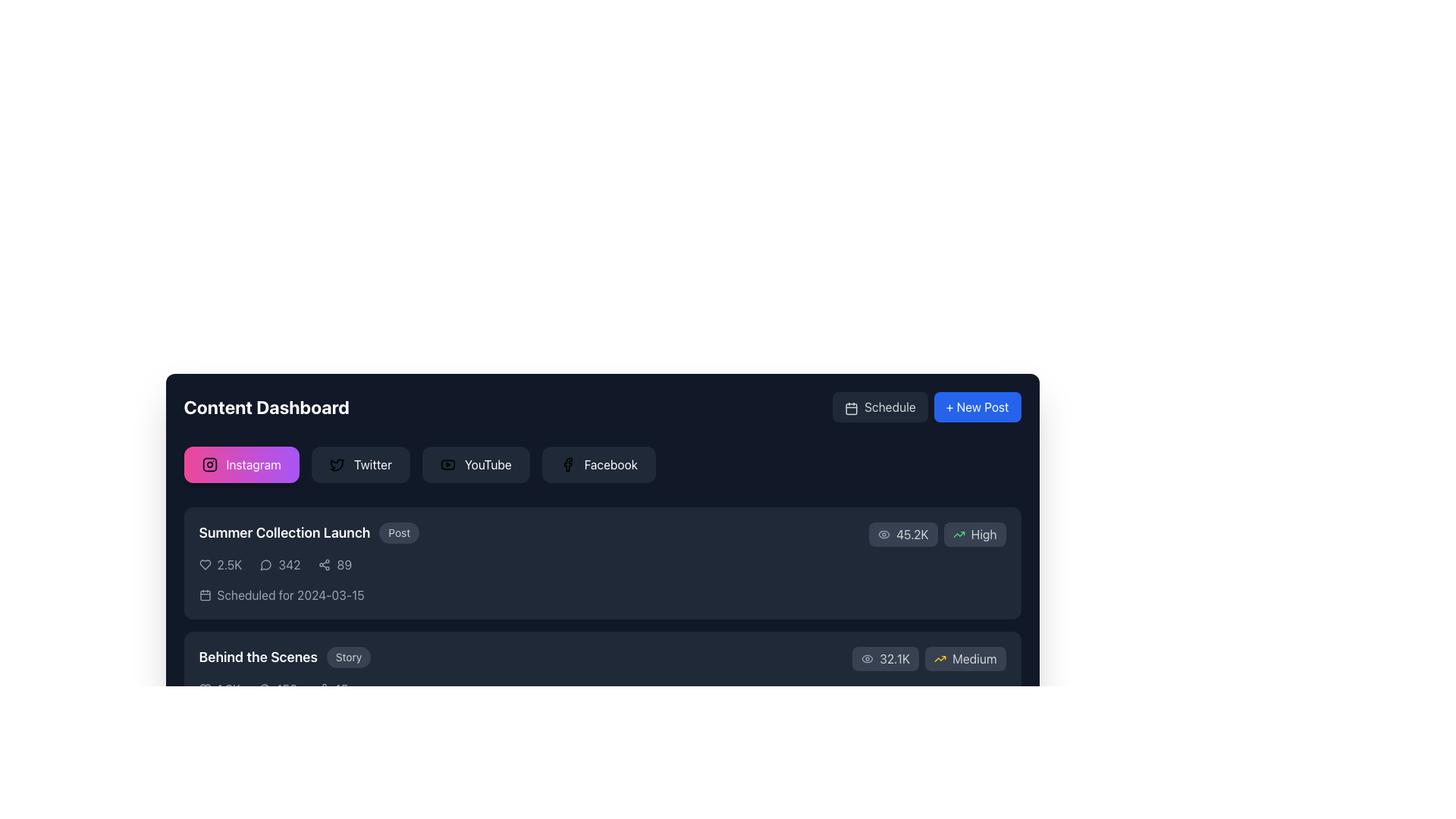 The width and height of the screenshot is (1456, 819). Describe the element at coordinates (885, 657) in the screenshot. I see `the Statistical counter button featuring an eye-shaped icon and the text '32.1K' to interact or view details` at that location.